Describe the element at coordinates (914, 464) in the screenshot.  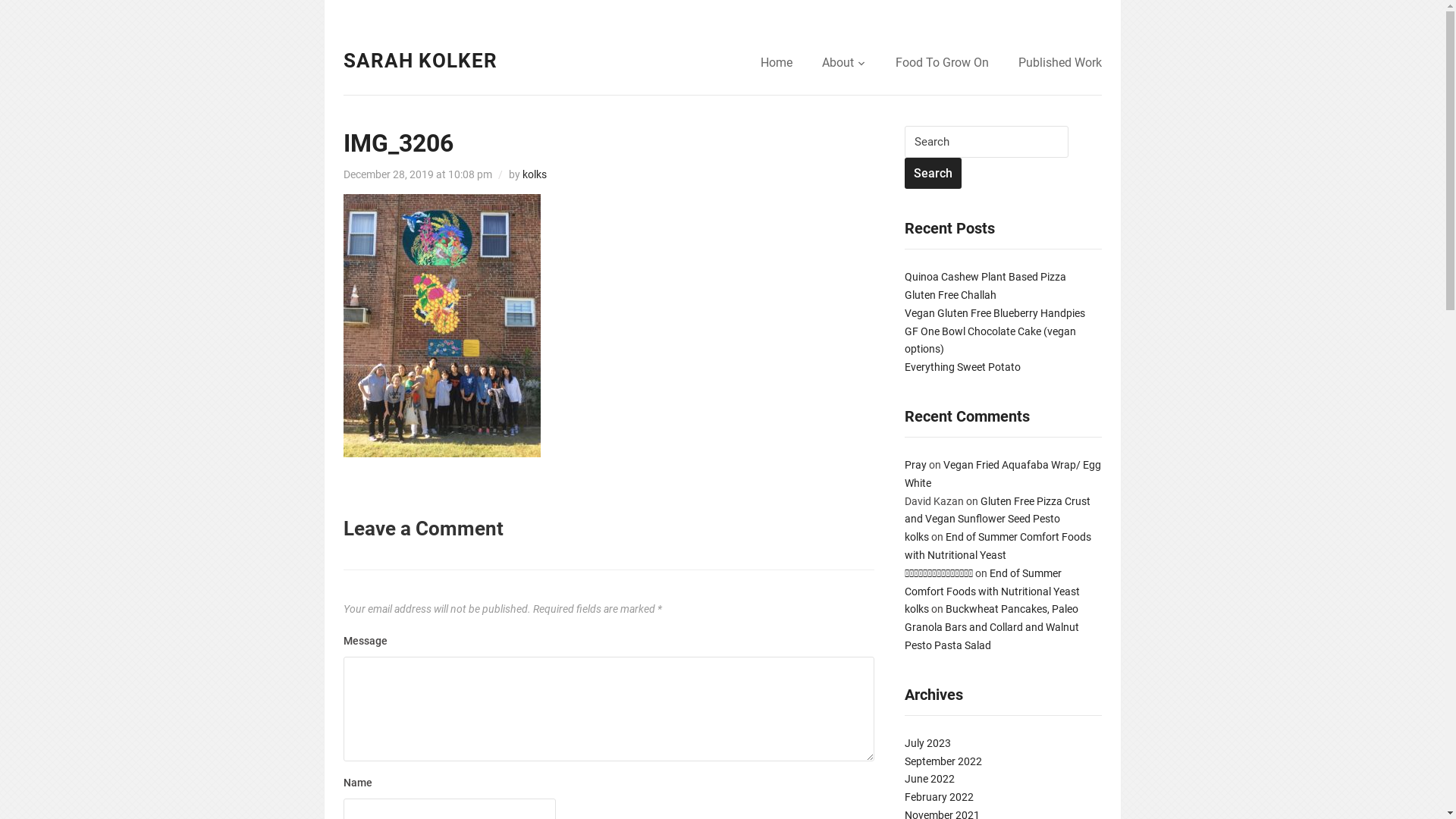
I see `'Pray'` at that location.